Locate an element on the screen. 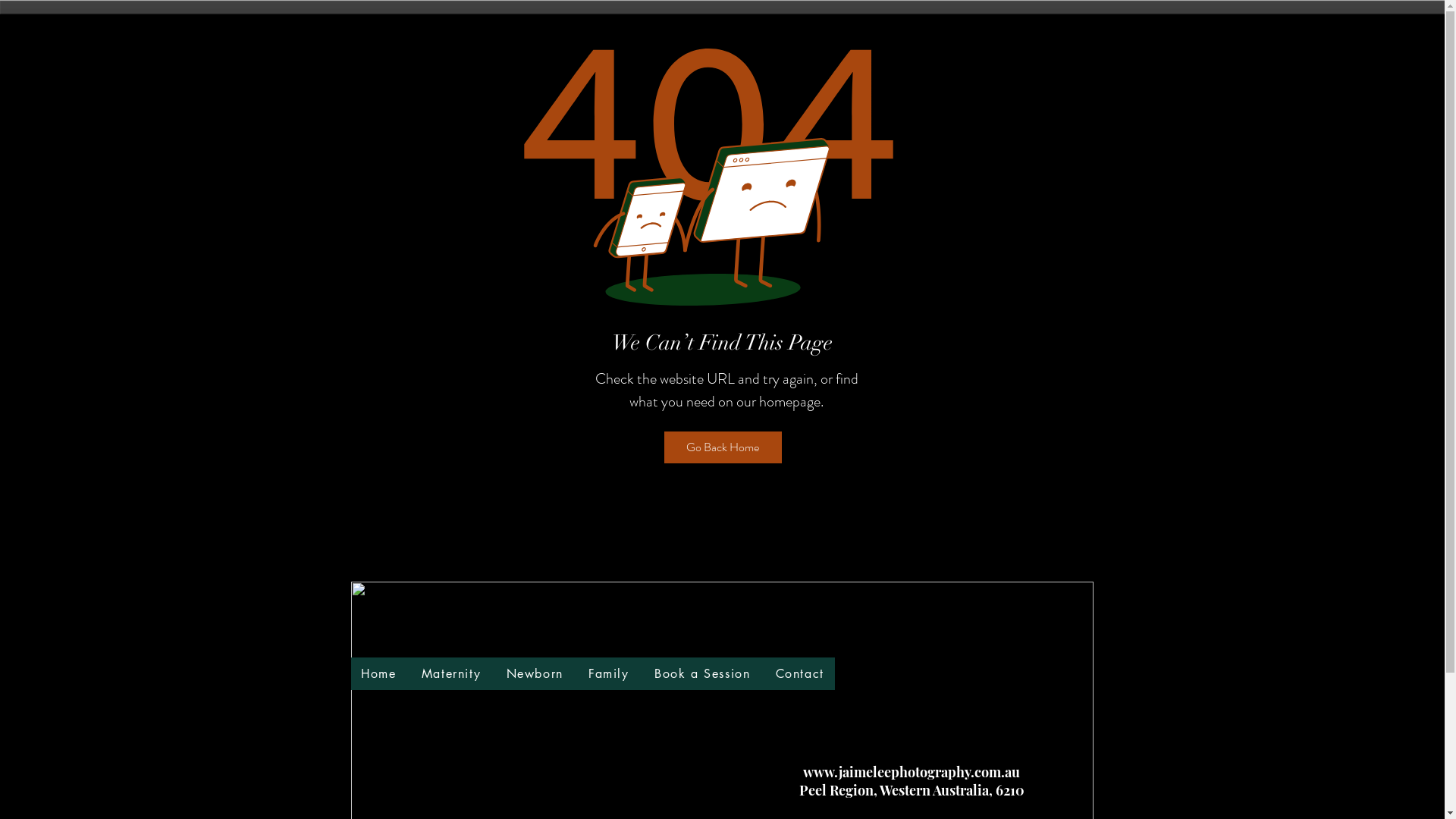  'Maternity' is located at coordinates (450, 673).